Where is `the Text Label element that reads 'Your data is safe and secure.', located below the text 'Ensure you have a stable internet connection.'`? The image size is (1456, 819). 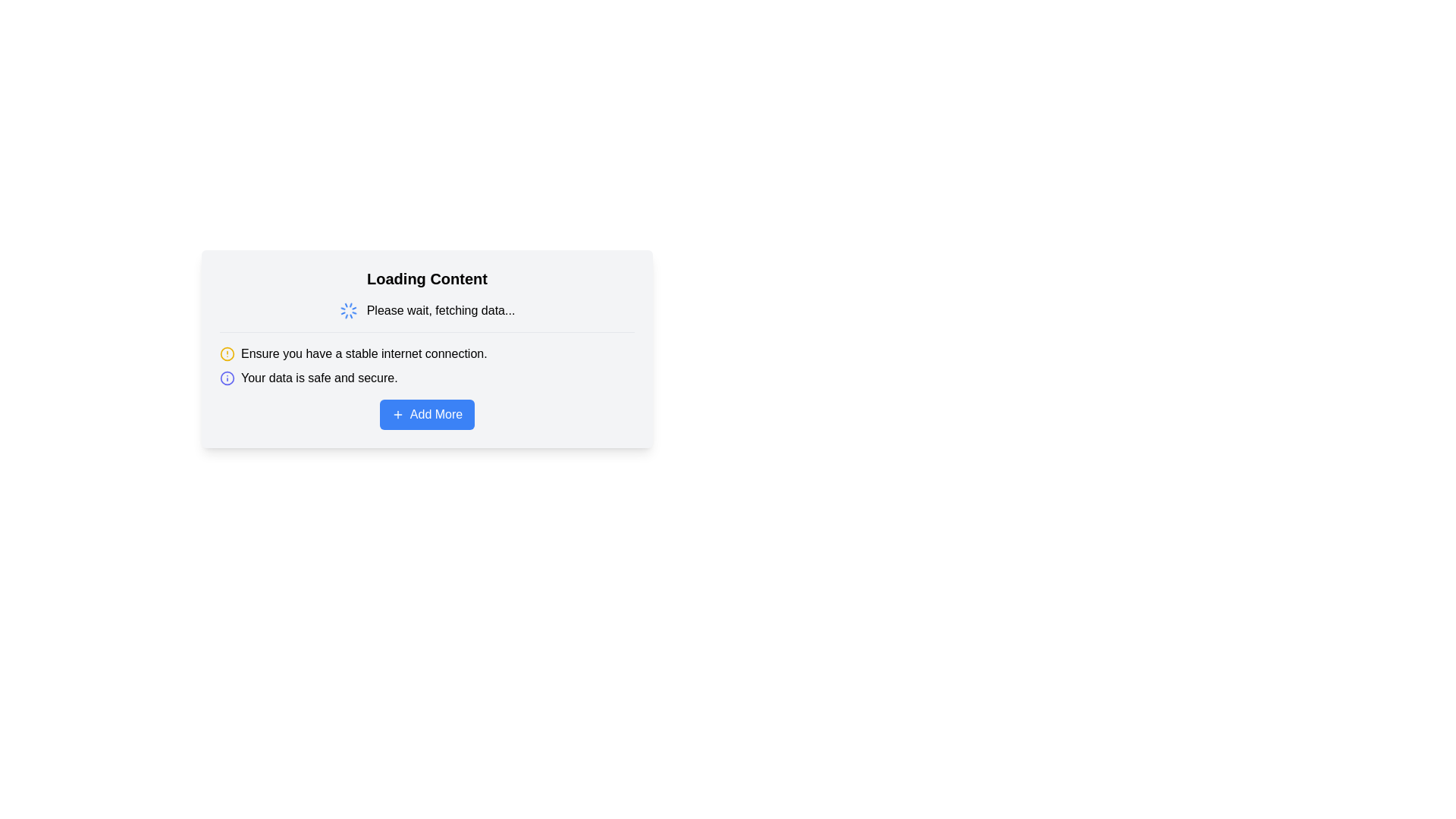
the Text Label element that reads 'Your data is safe and secure.', located below the text 'Ensure you have a stable internet connection.' is located at coordinates (318, 377).